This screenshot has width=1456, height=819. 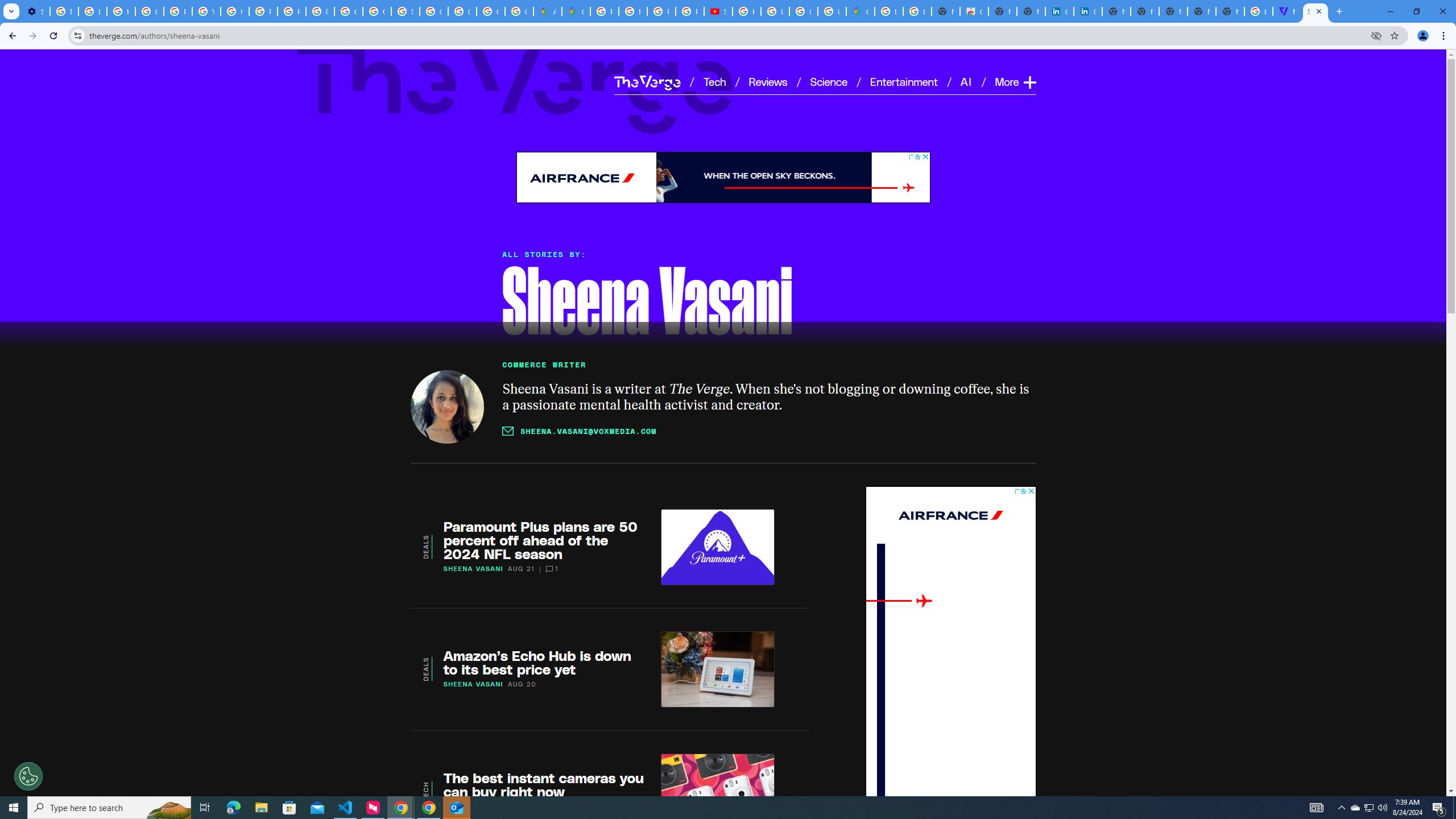 I want to click on 'More Expand', so click(x=1015, y=81).